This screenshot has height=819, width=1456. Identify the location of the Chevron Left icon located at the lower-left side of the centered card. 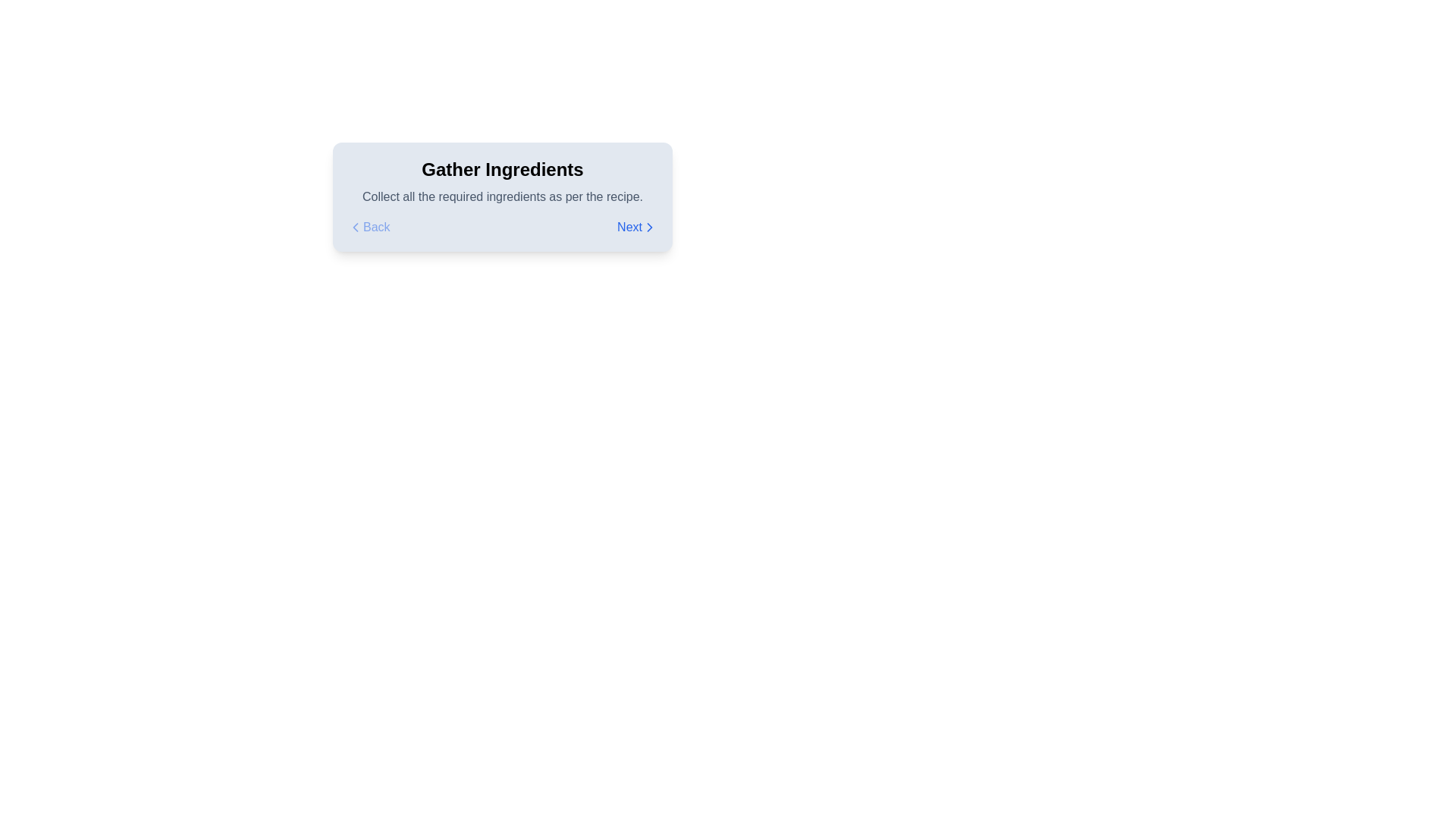
(355, 227).